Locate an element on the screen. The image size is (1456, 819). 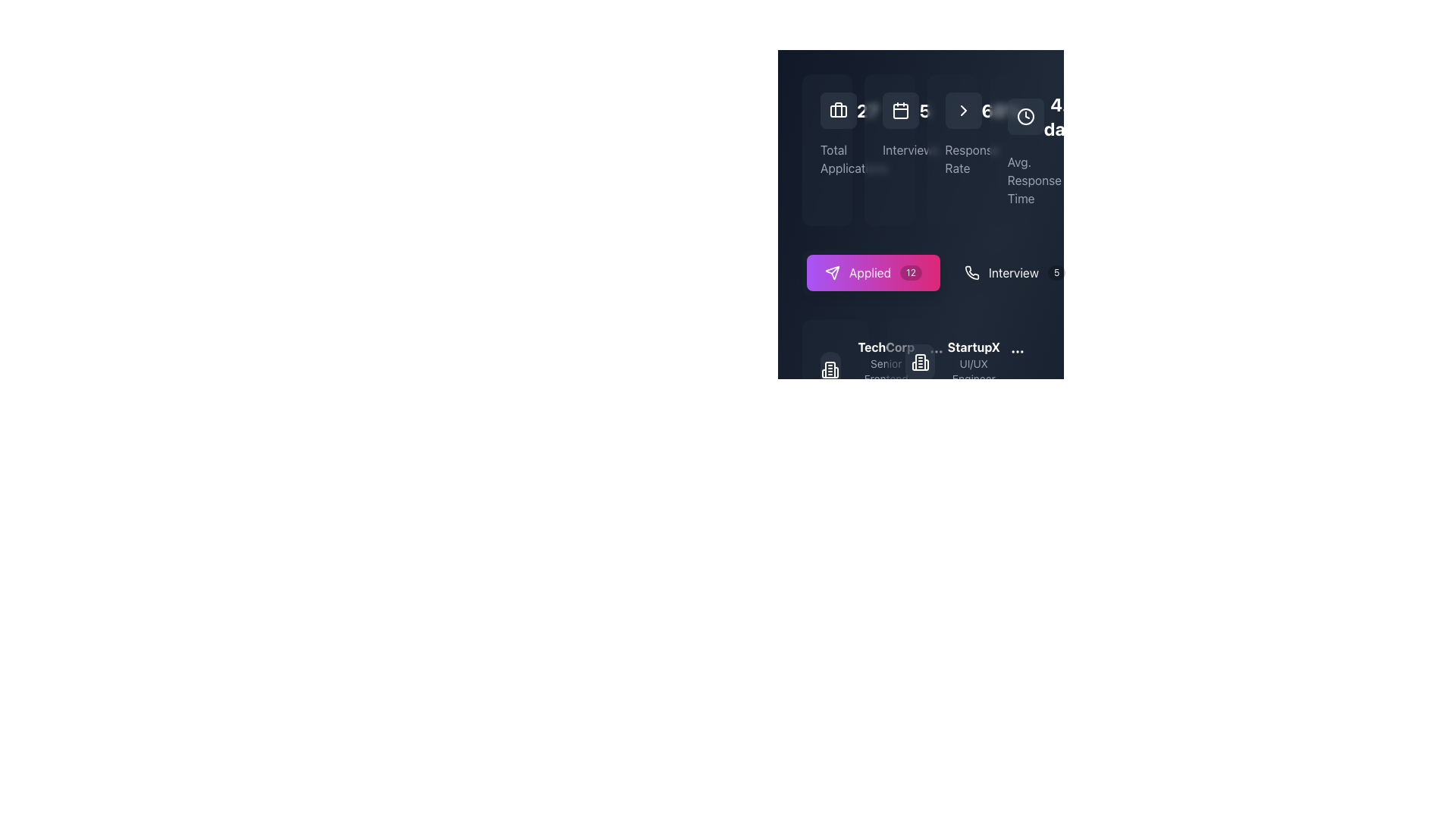
the Chevron Button (right-arrow) located beside the percentage value '68%' is located at coordinates (962, 110).